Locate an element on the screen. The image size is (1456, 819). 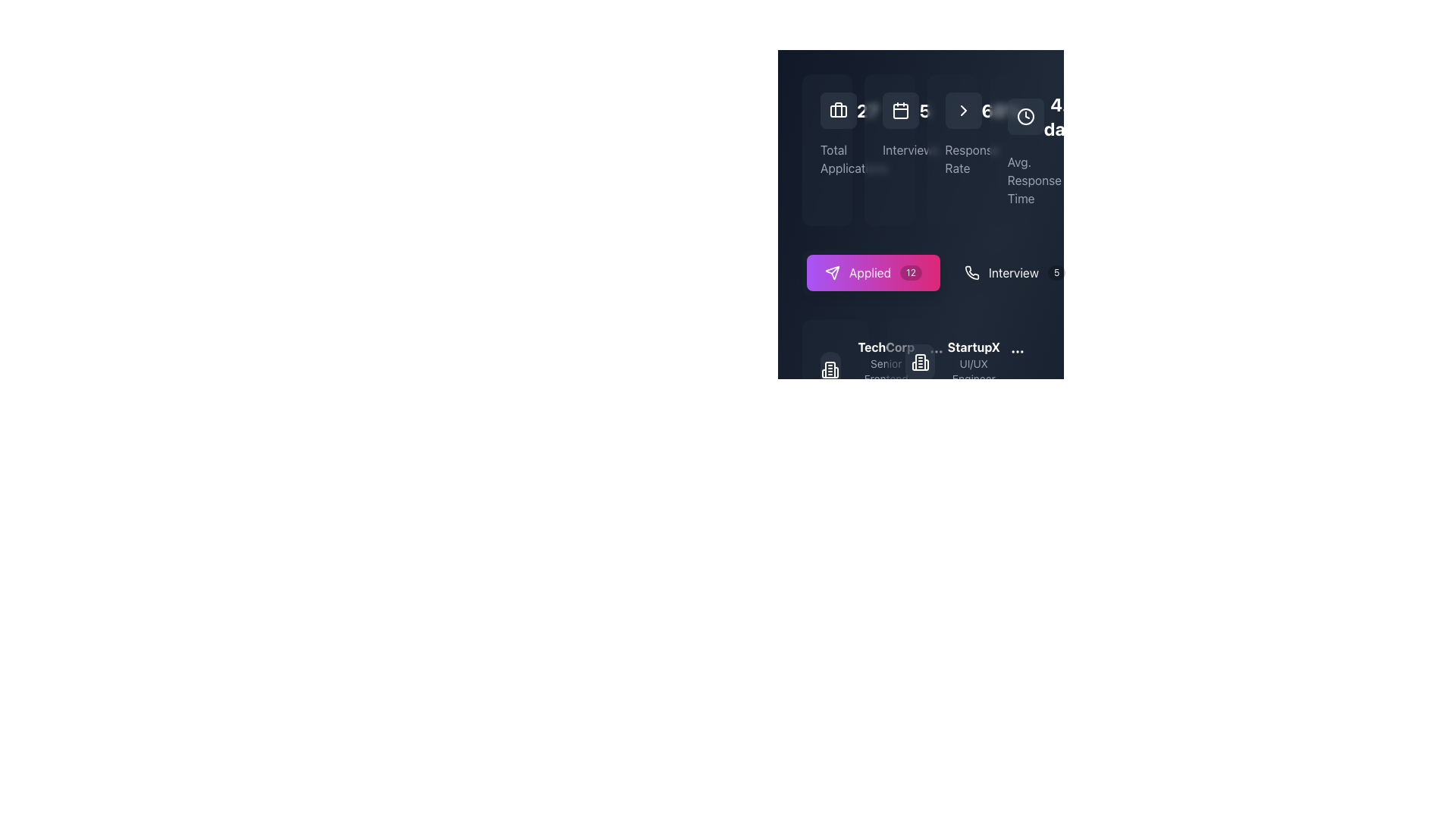
the Chevron Button (right-arrow) located beside the percentage value '68%' is located at coordinates (962, 110).